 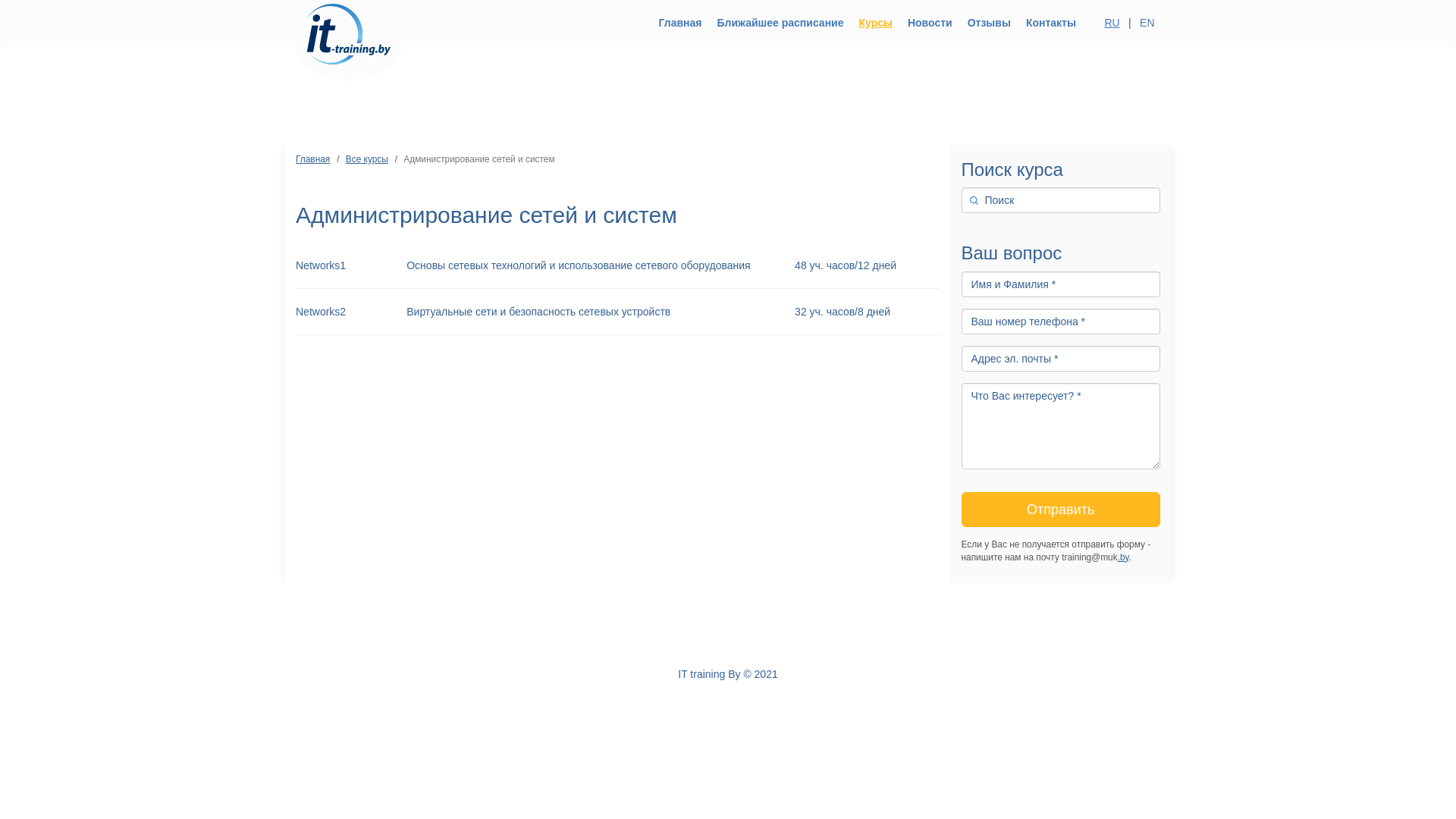 What do you see at coordinates (1117, 557) in the screenshot?
I see `'.by'` at bounding box center [1117, 557].